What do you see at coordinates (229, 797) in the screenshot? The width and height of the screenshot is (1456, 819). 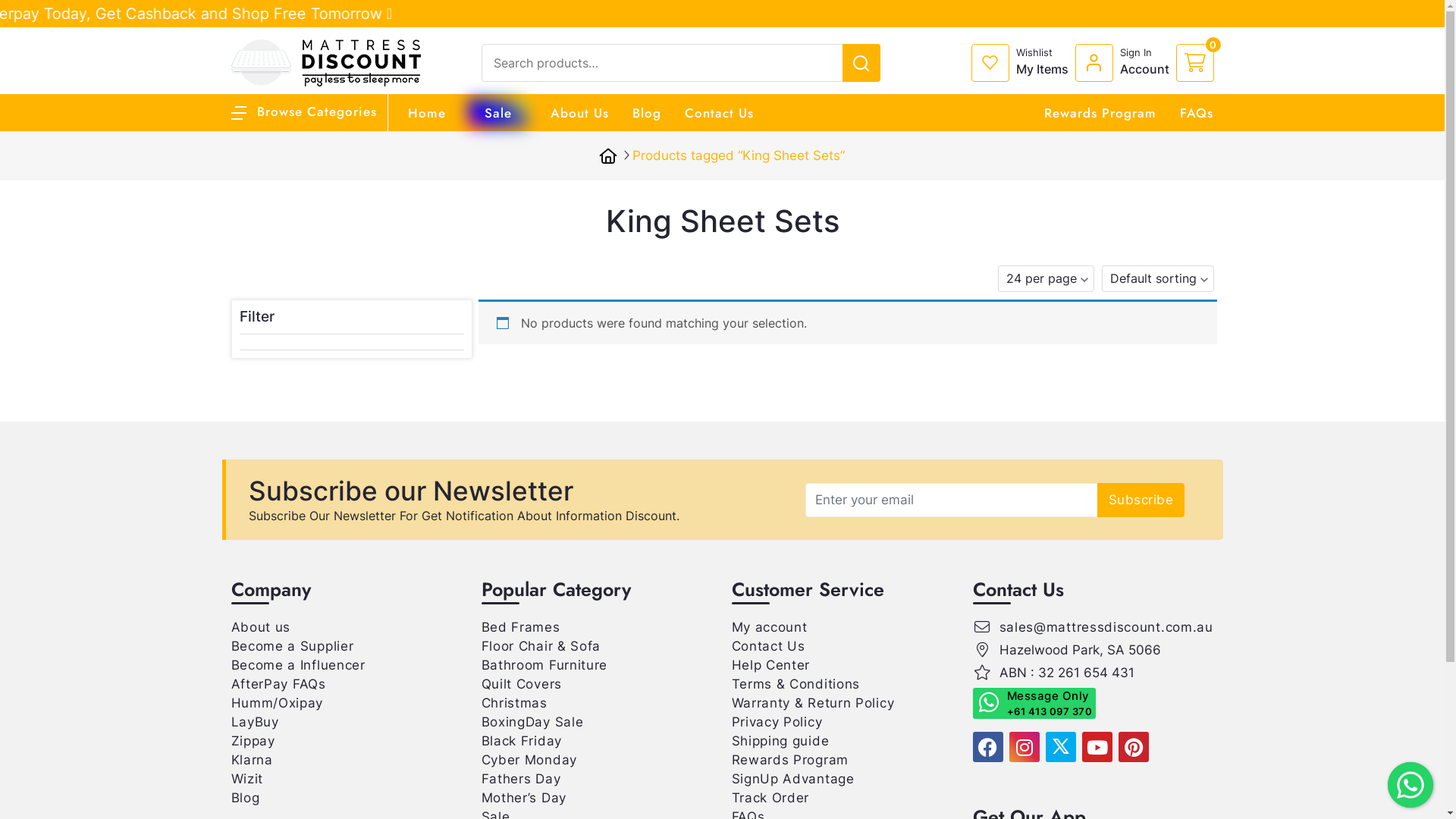 I see `'Blog'` at bounding box center [229, 797].